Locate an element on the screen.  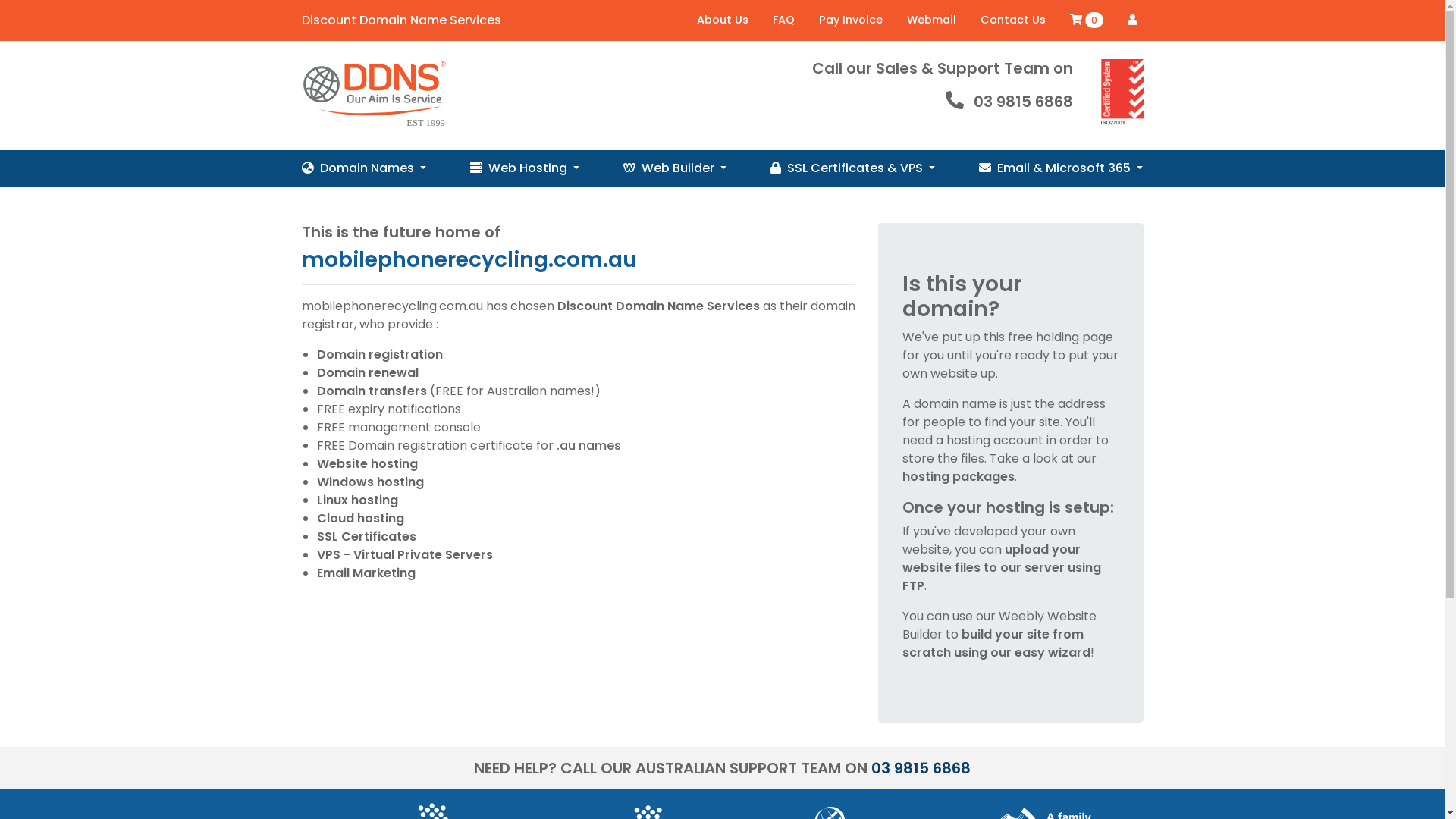
'ISO27001 Data Security Certified' is located at coordinates (1122, 93).